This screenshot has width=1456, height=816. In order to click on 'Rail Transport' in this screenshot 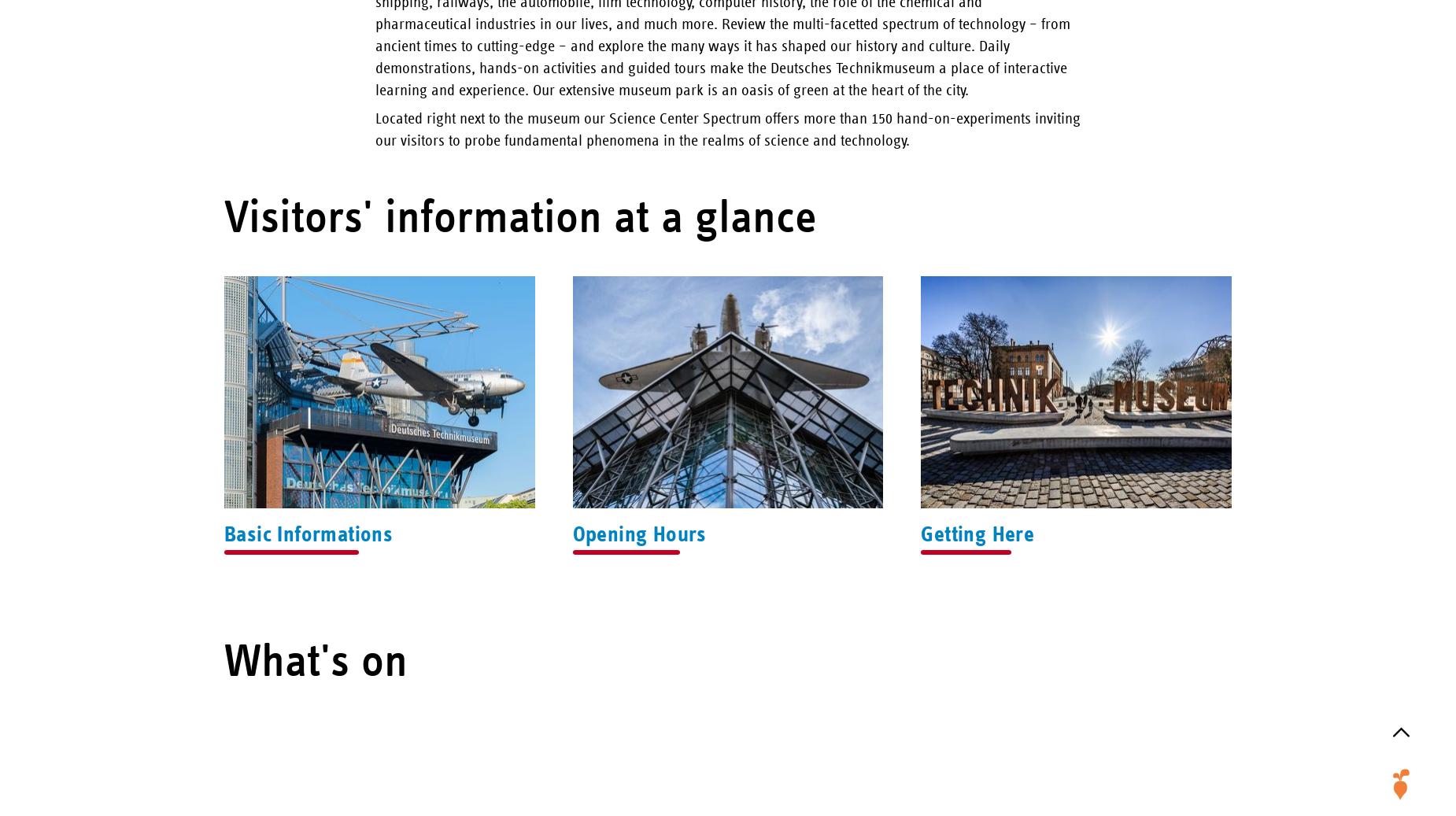, I will do `click(1401, 319)`.